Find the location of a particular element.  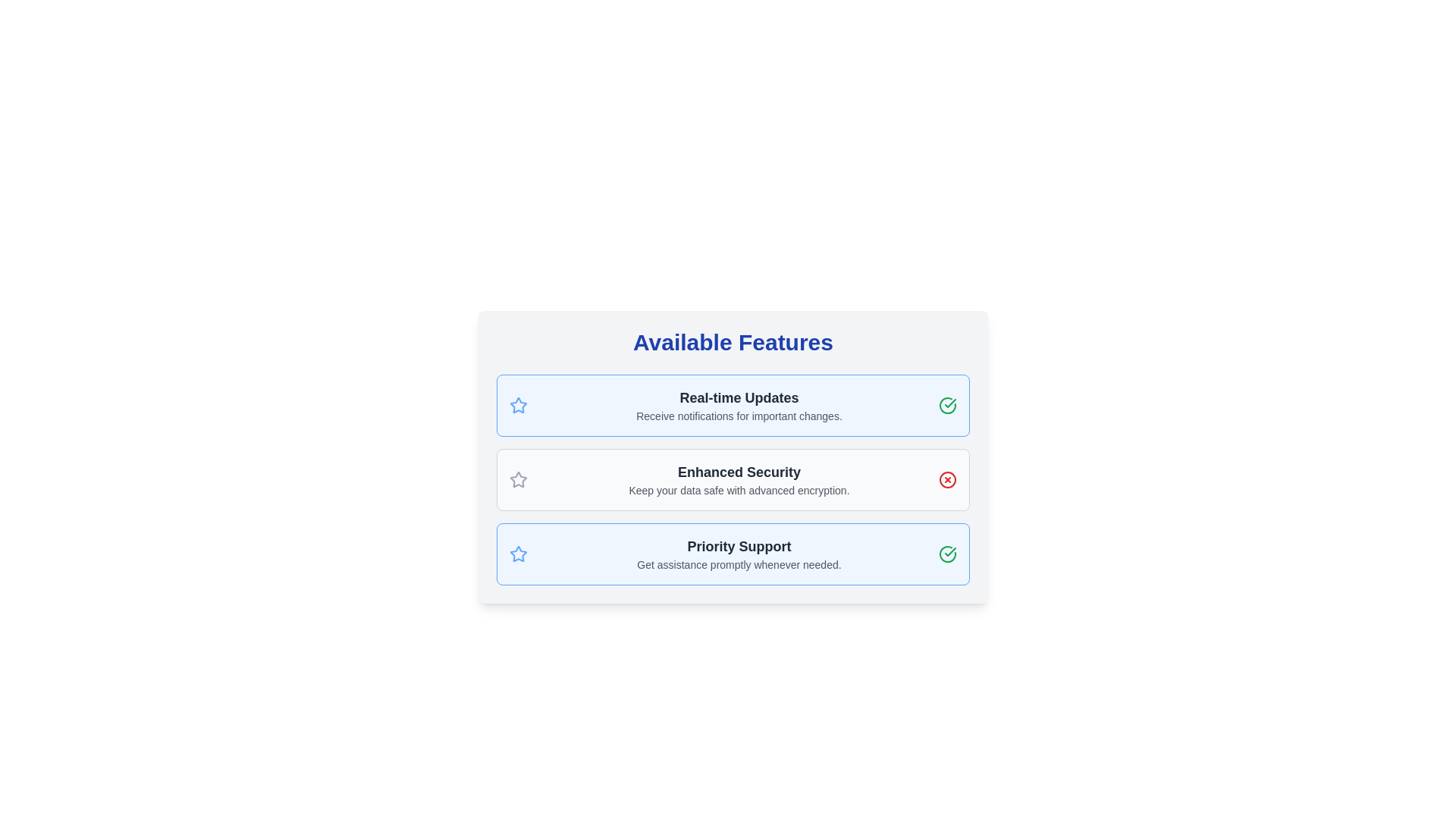

the decorative icon located to the left of the 'Enhanced Security' text, which serves as a placeholder for rating or importance is located at coordinates (519, 479).